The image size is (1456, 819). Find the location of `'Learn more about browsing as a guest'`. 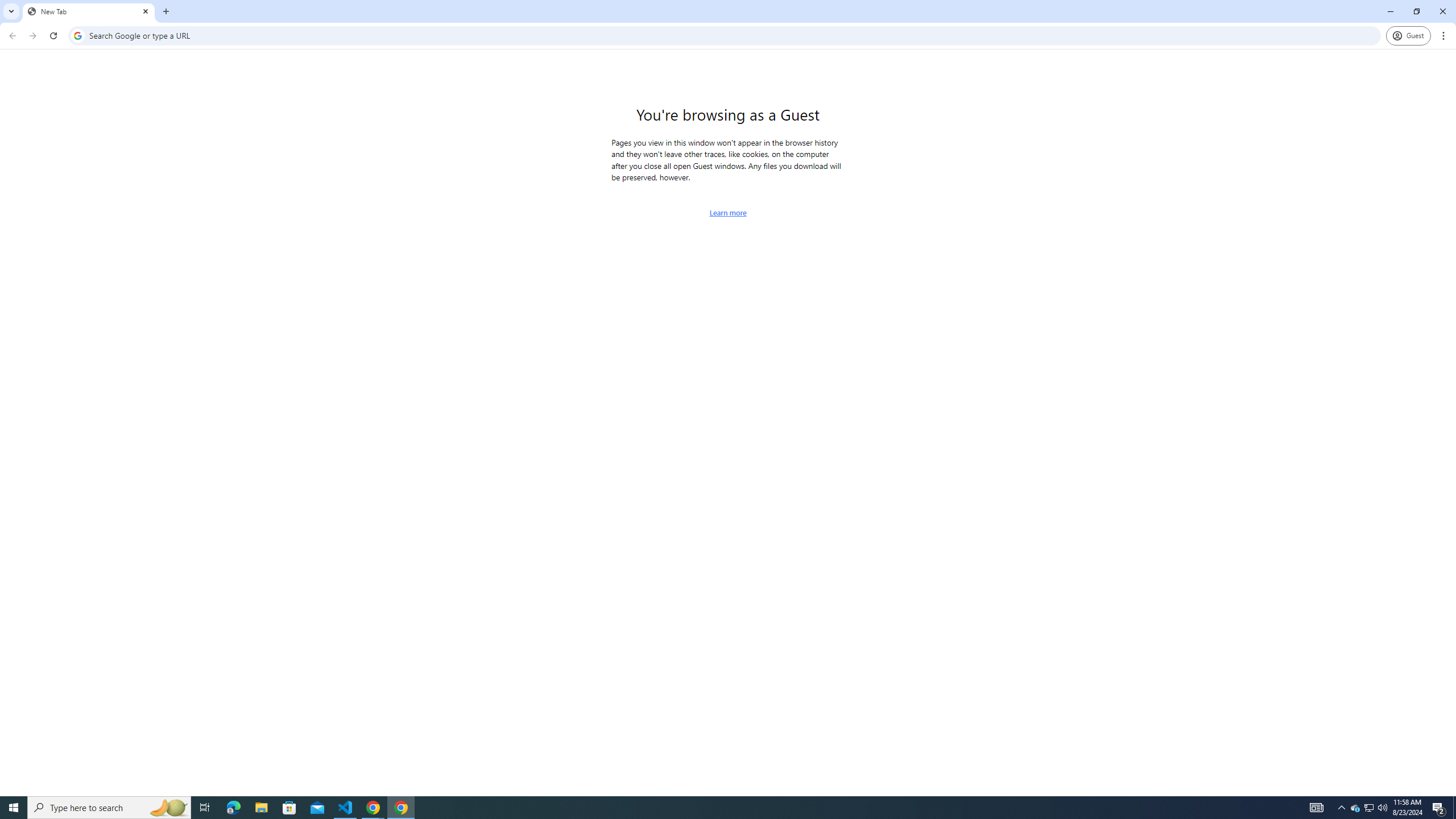

'Learn more about browsing as a guest' is located at coordinates (728, 212).